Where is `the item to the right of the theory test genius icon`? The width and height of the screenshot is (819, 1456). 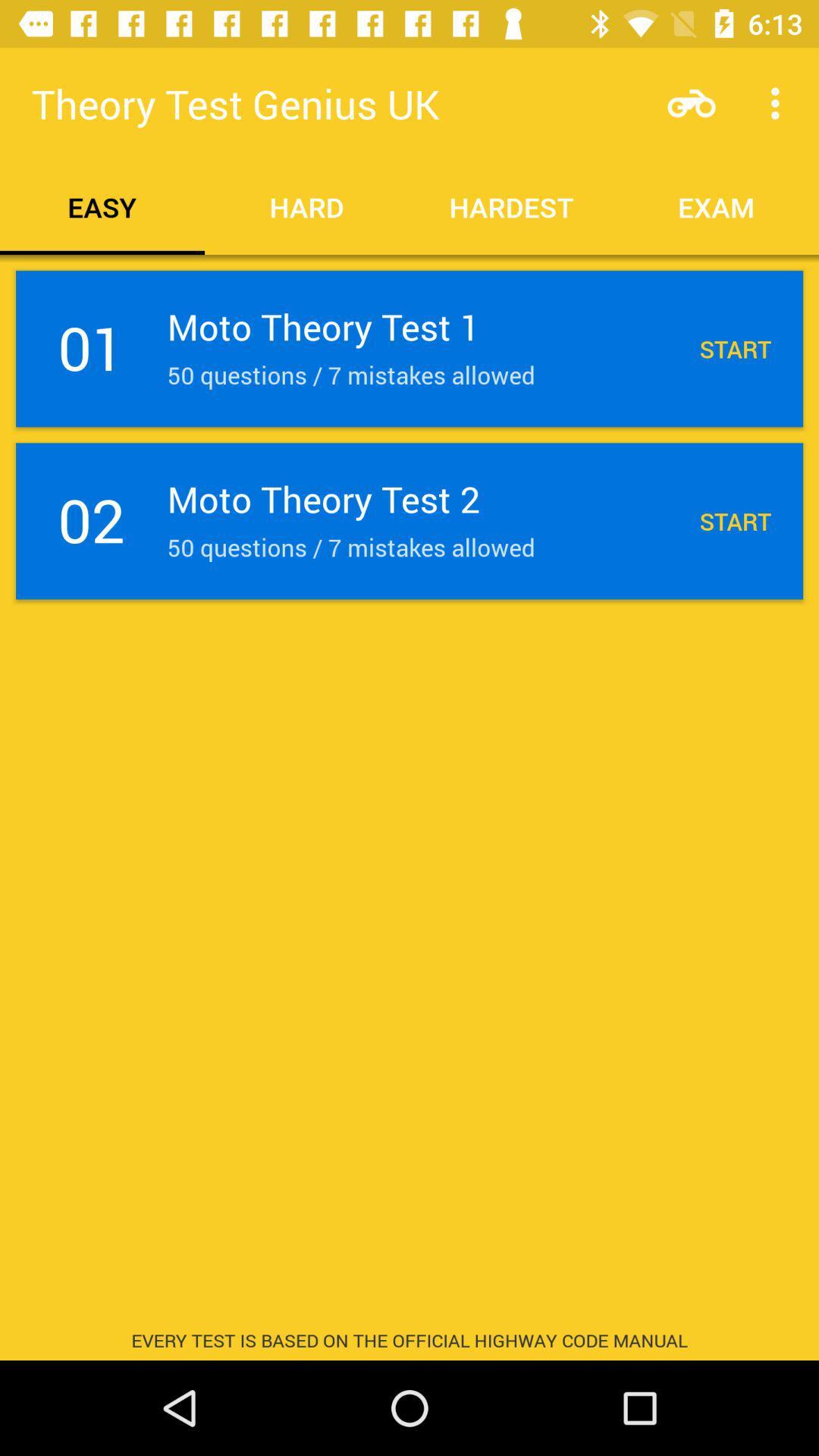 the item to the right of the theory test genius icon is located at coordinates (691, 102).